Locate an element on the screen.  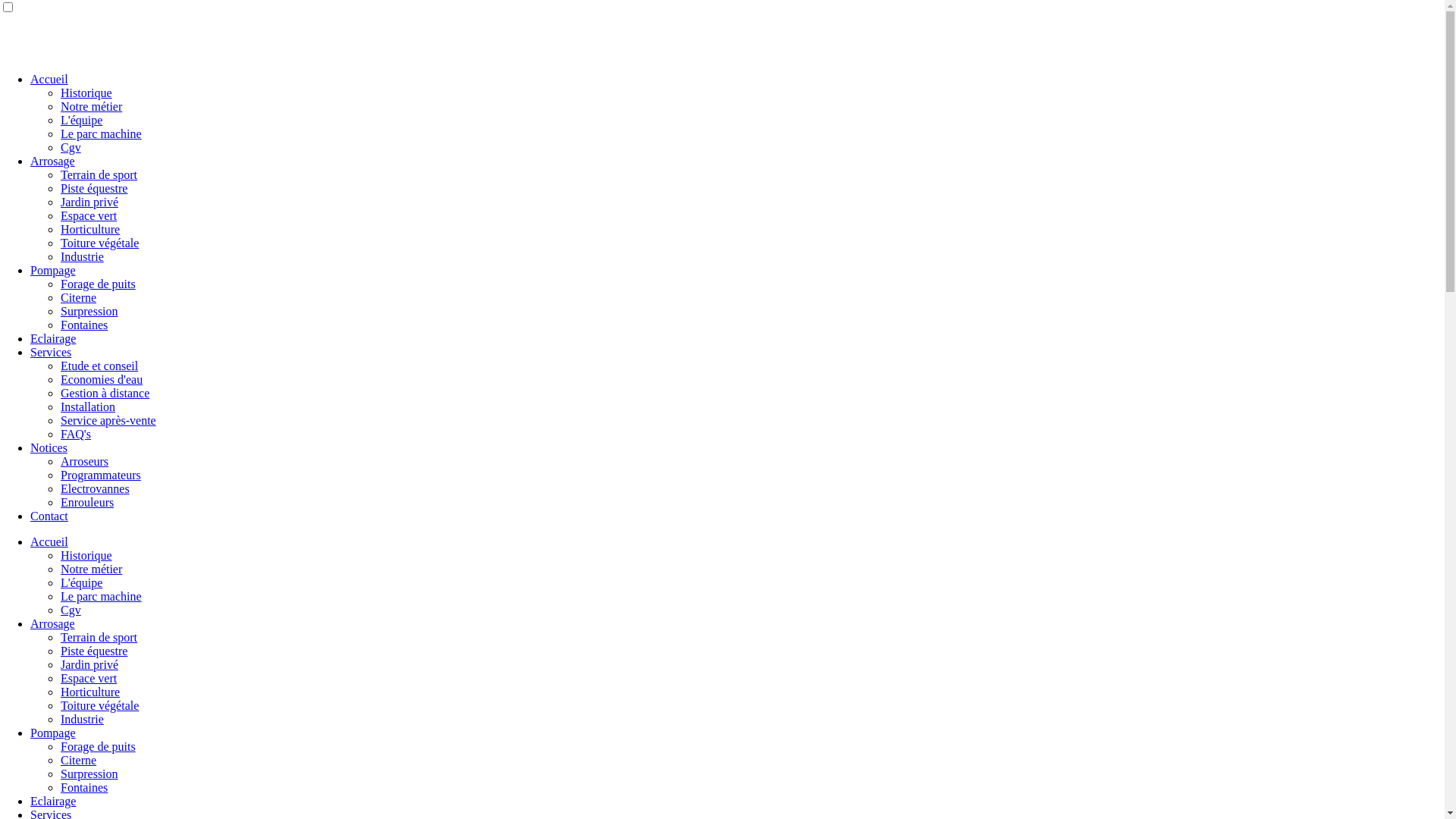
'Installation' is located at coordinates (61, 406).